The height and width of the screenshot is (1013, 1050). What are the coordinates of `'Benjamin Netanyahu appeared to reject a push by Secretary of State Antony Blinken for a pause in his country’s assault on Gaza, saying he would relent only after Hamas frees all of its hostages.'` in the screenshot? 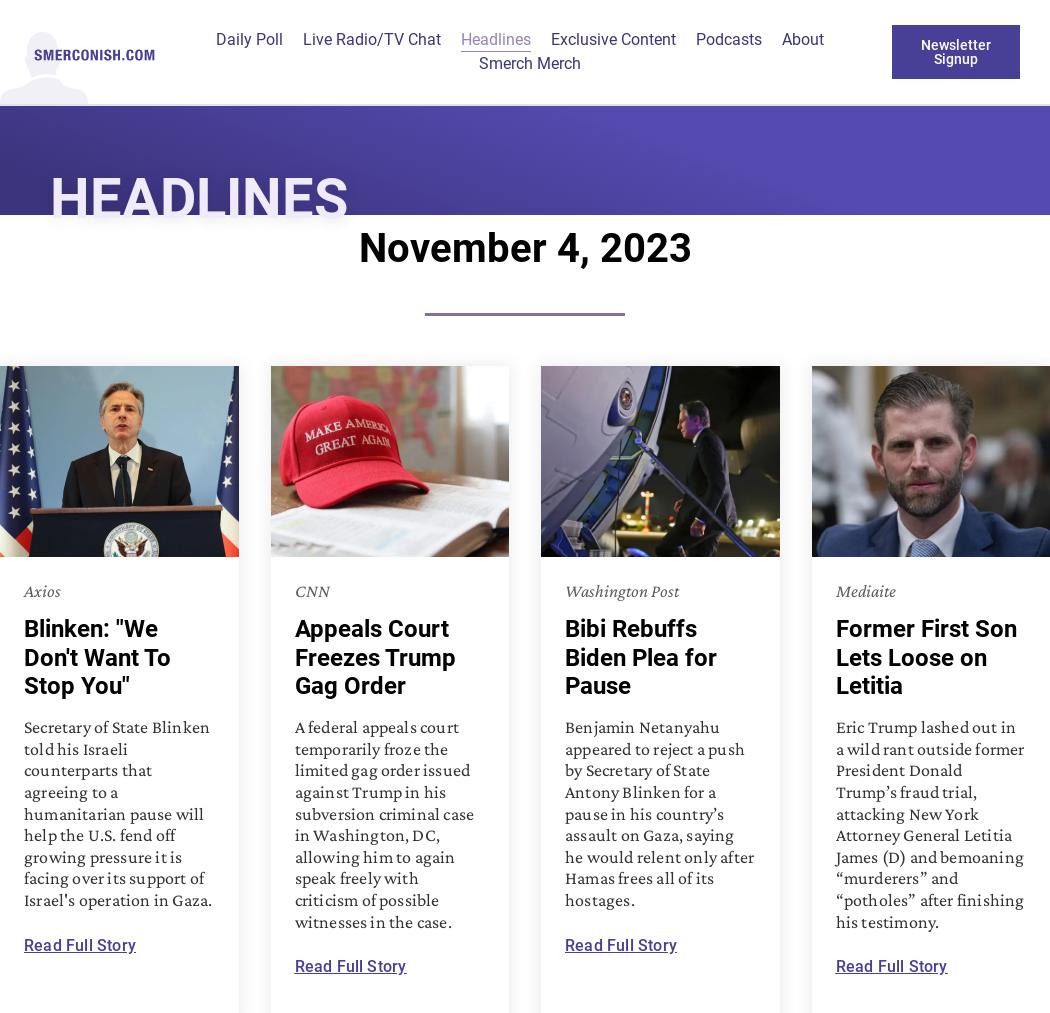 It's located at (658, 812).